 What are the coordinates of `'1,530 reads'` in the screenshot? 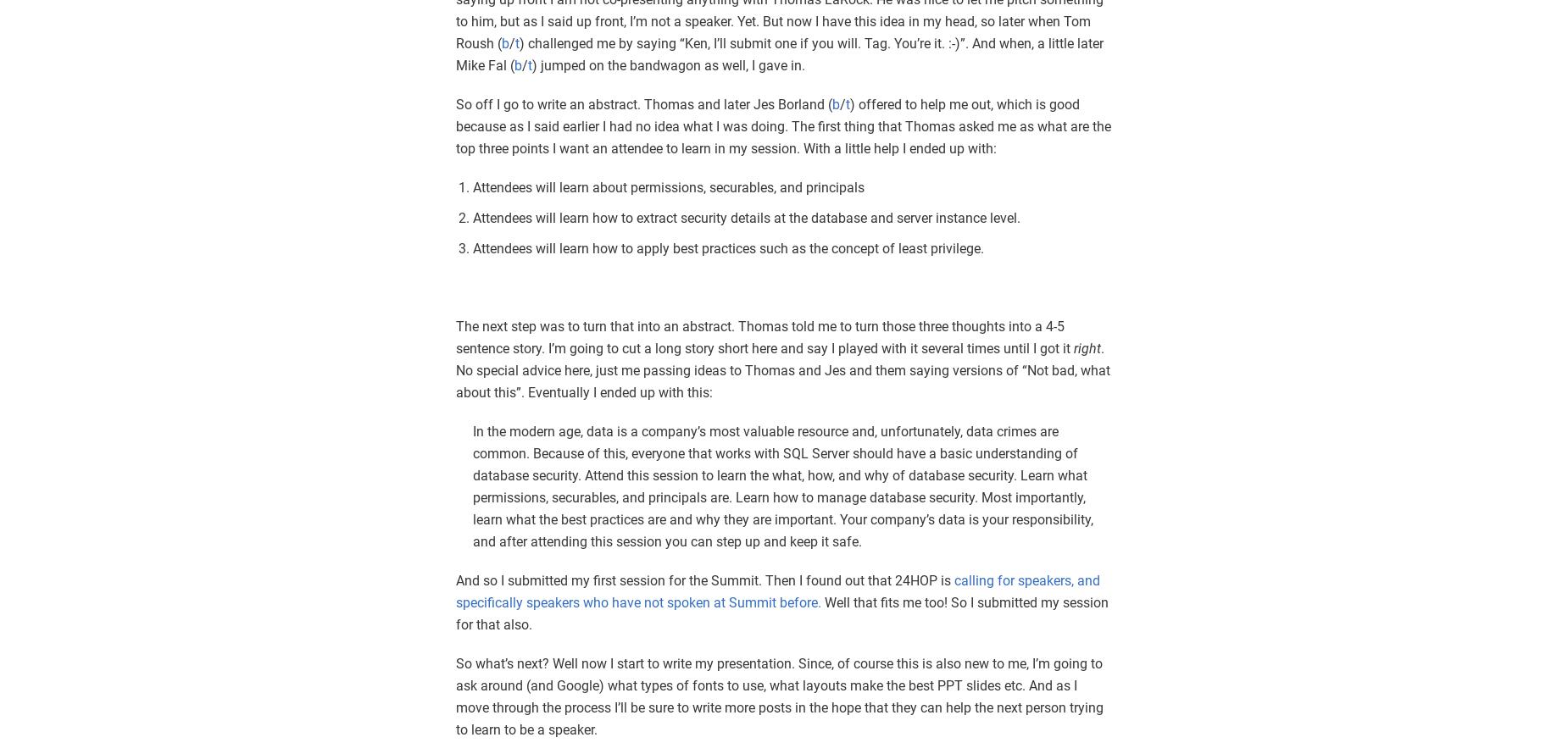 It's located at (1175, 469).